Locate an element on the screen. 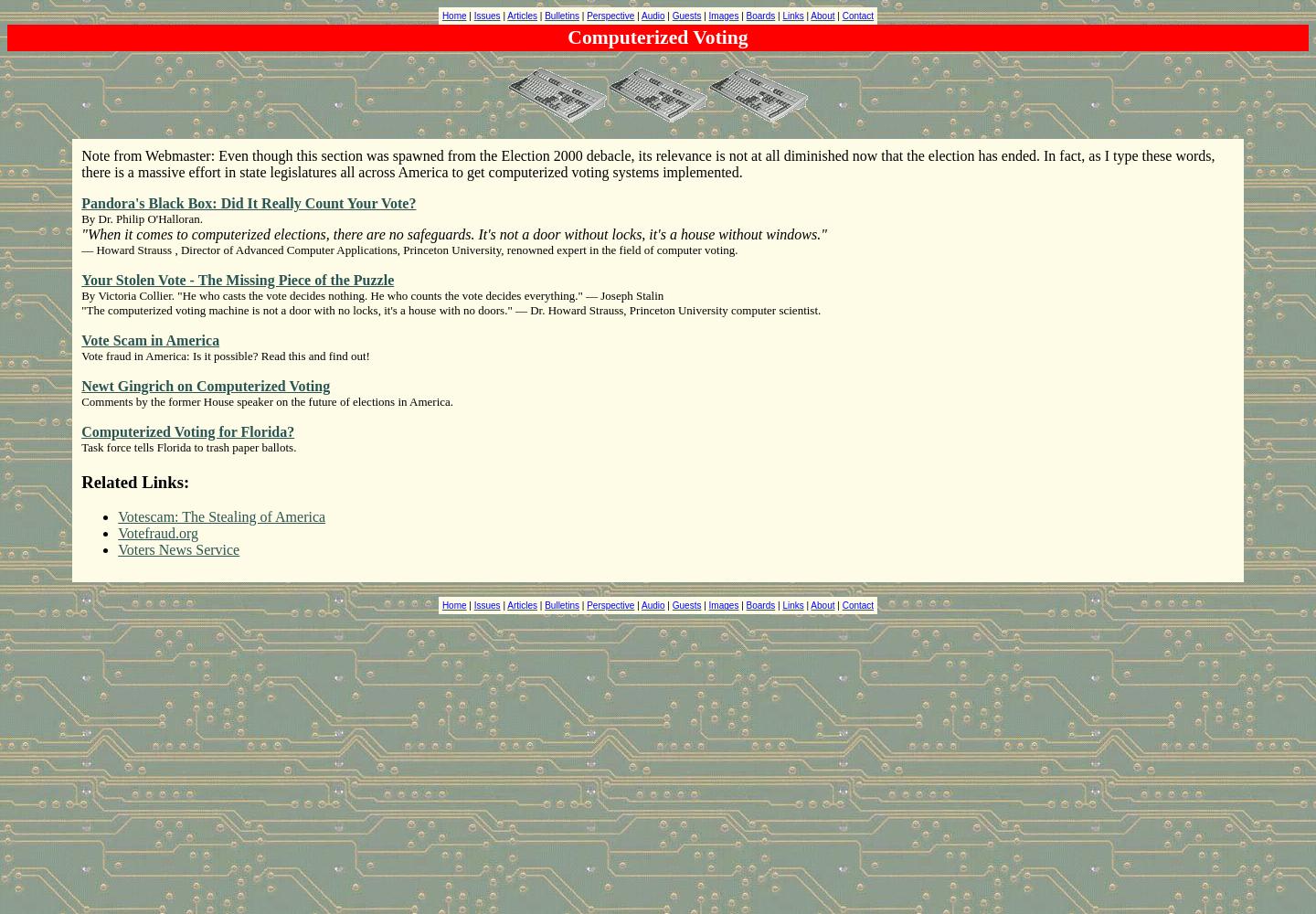 Image resolution: width=1316 pixels, height=914 pixels. 'Task force tells Florida to trash paper
	ballots.' is located at coordinates (188, 446).